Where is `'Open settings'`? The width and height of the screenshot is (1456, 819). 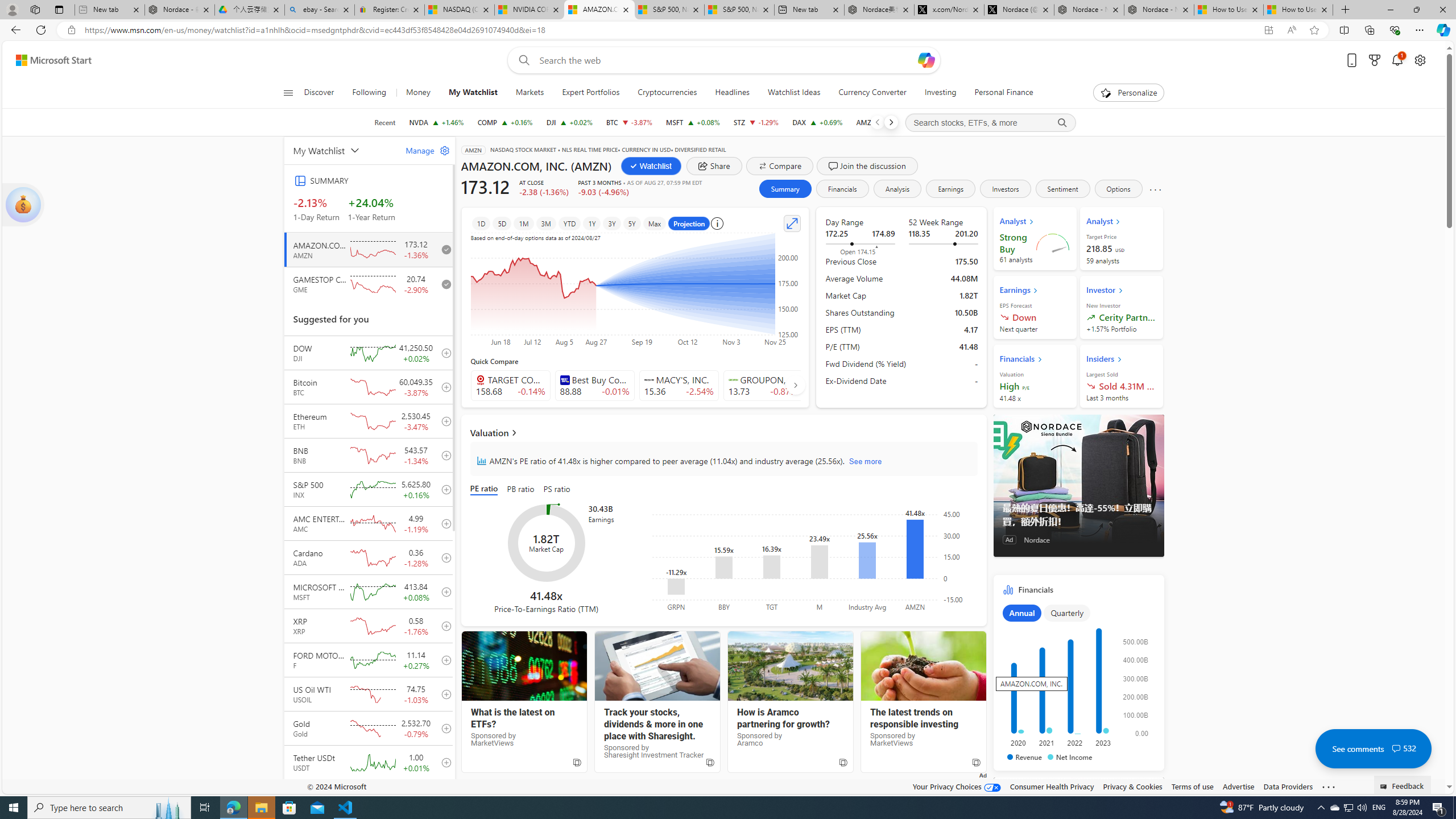
'Open settings' is located at coordinates (1420, 60).